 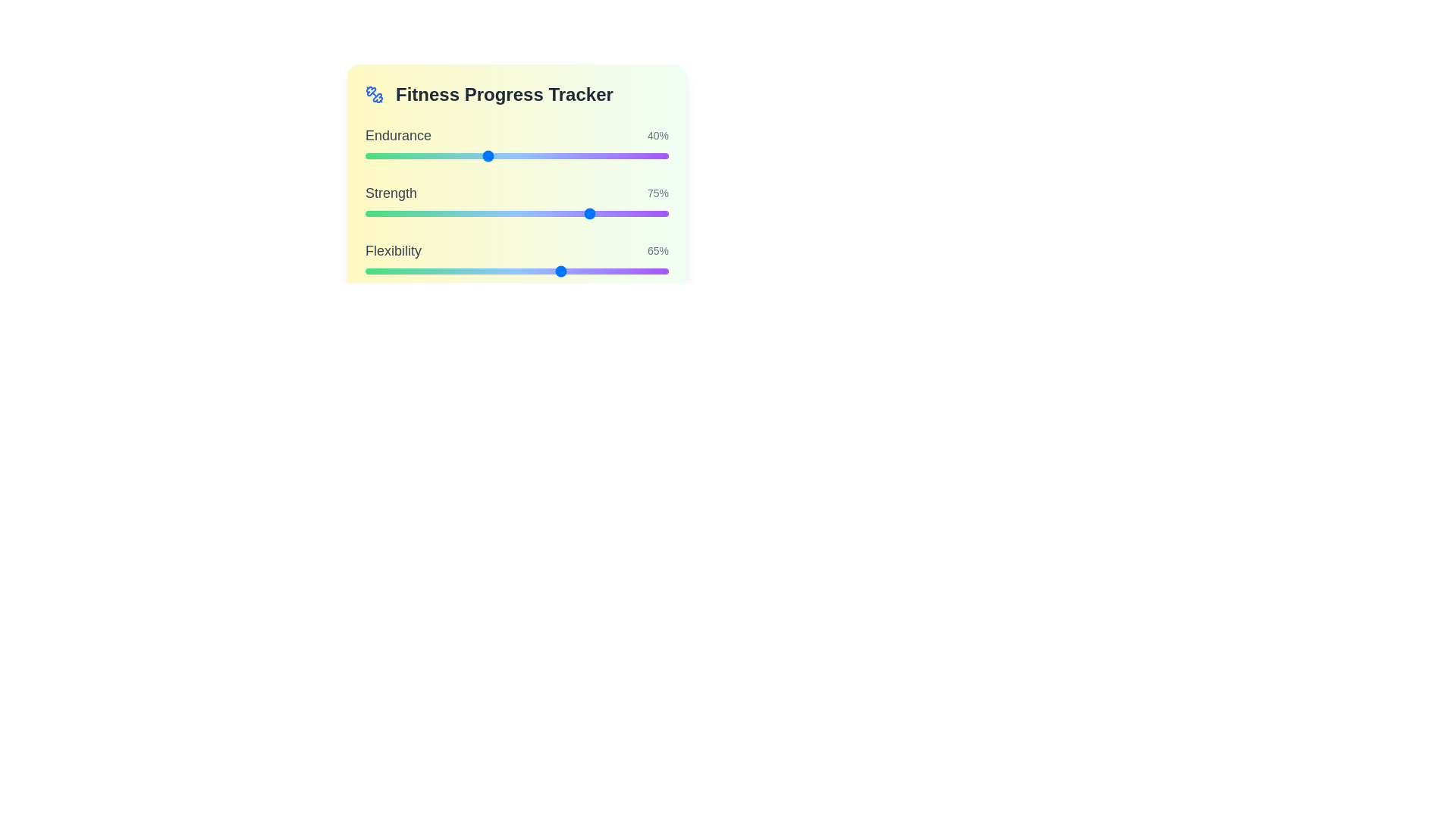 What do you see at coordinates (549, 213) in the screenshot?
I see `strength slider` at bounding box center [549, 213].